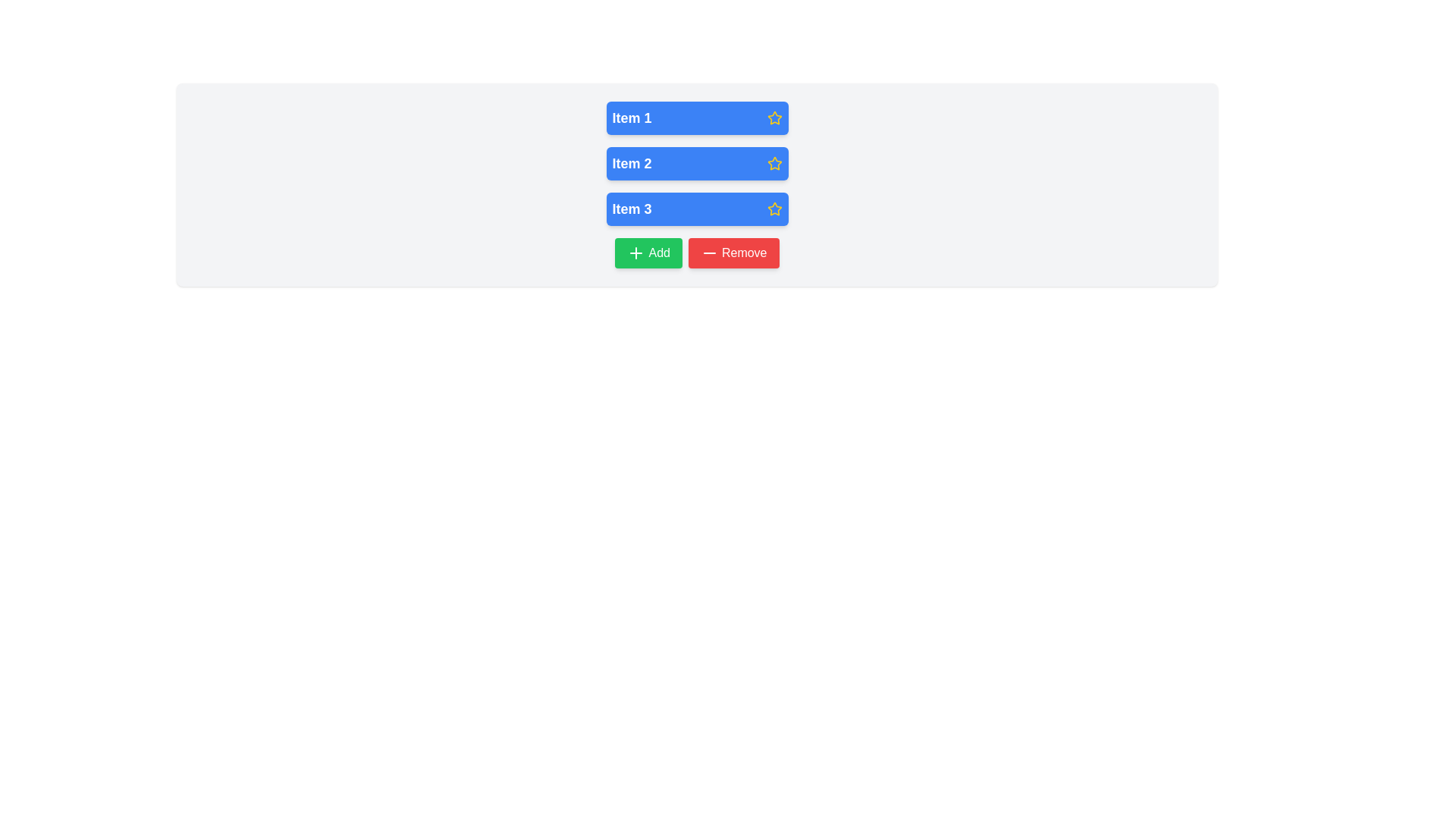 Image resolution: width=1456 pixels, height=819 pixels. What do you see at coordinates (774, 164) in the screenshot?
I see `the star-shaped icon with a yellow outline located to the right of the text 'Item 2' within the blue button` at bounding box center [774, 164].